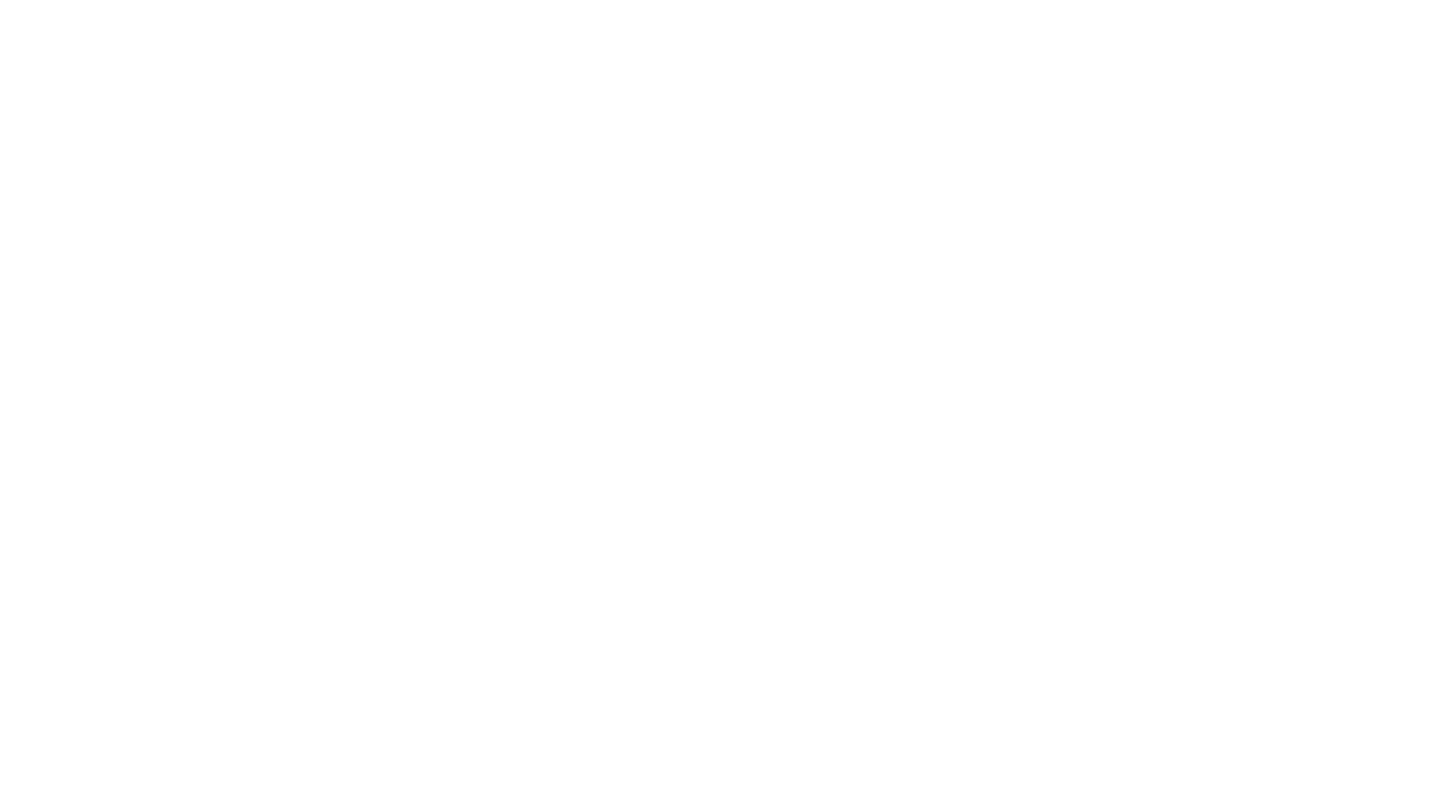 This screenshot has height=812, width=1456. I want to click on 'Lovelace donates money for defibrillators to local organizations', so click(518, 183).